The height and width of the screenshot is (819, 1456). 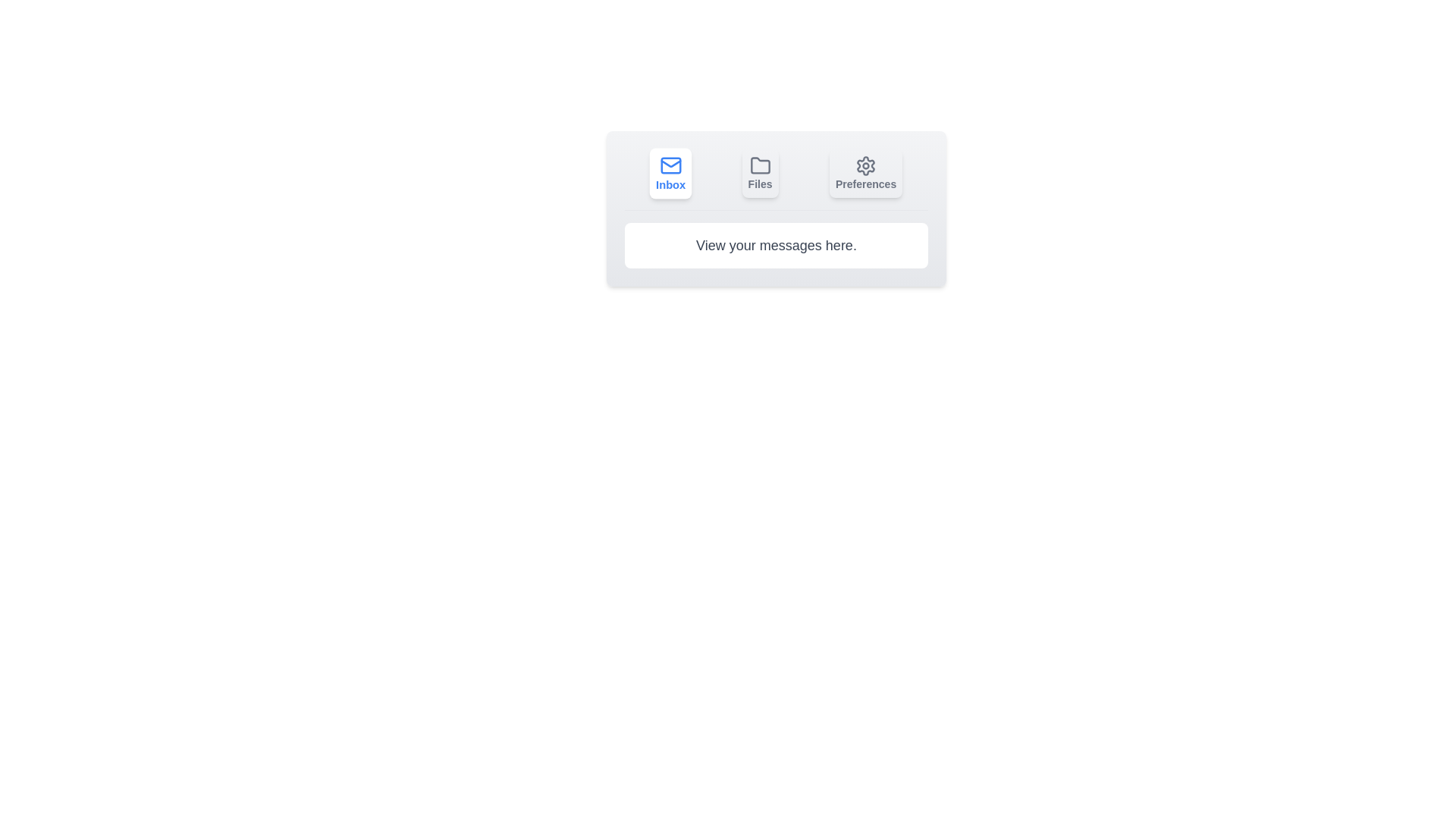 What do you see at coordinates (776, 179) in the screenshot?
I see `the 'Files' button on the navigation bar` at bounding box center [776, 179].